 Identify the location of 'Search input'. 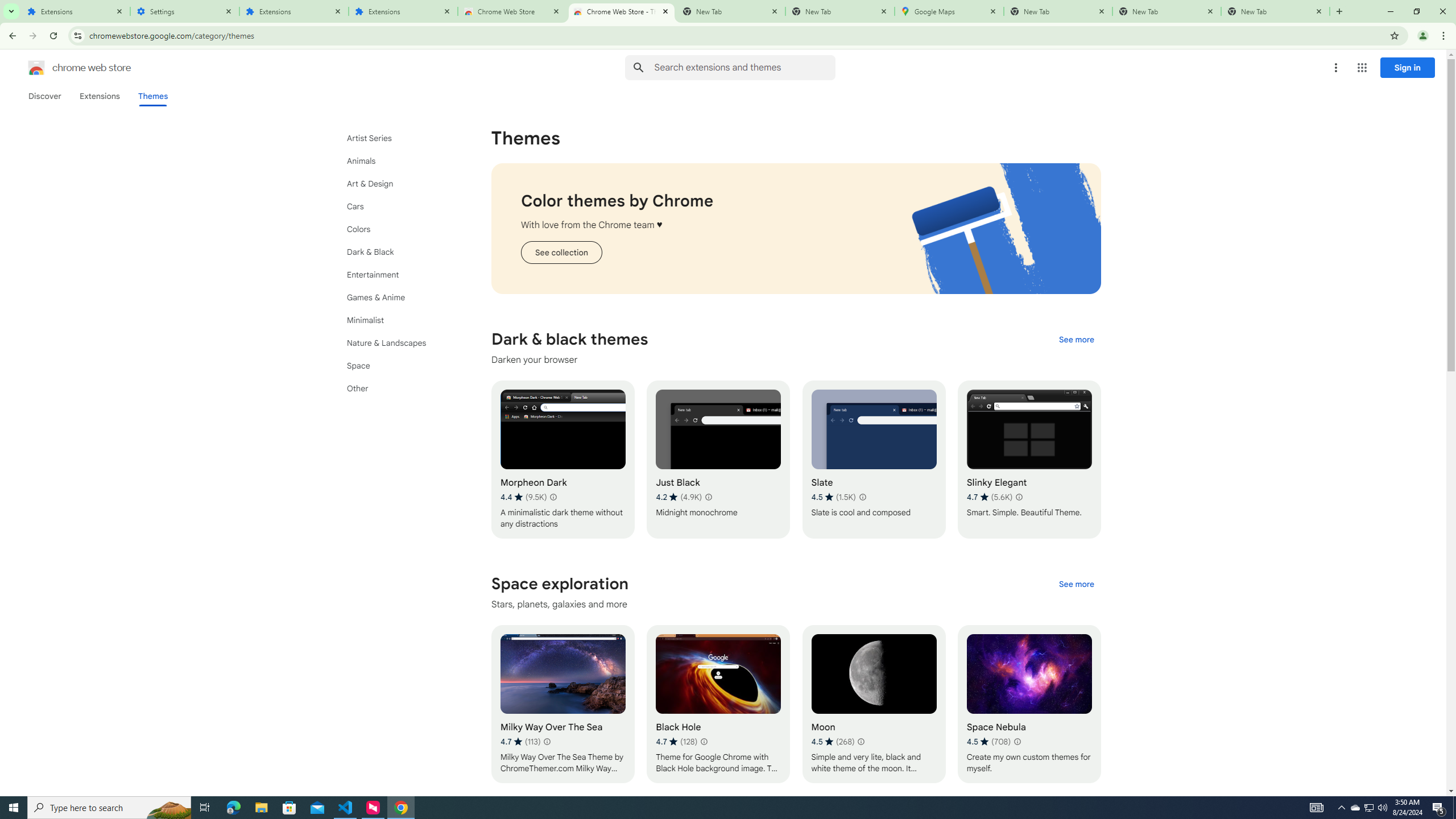
(744, 67).